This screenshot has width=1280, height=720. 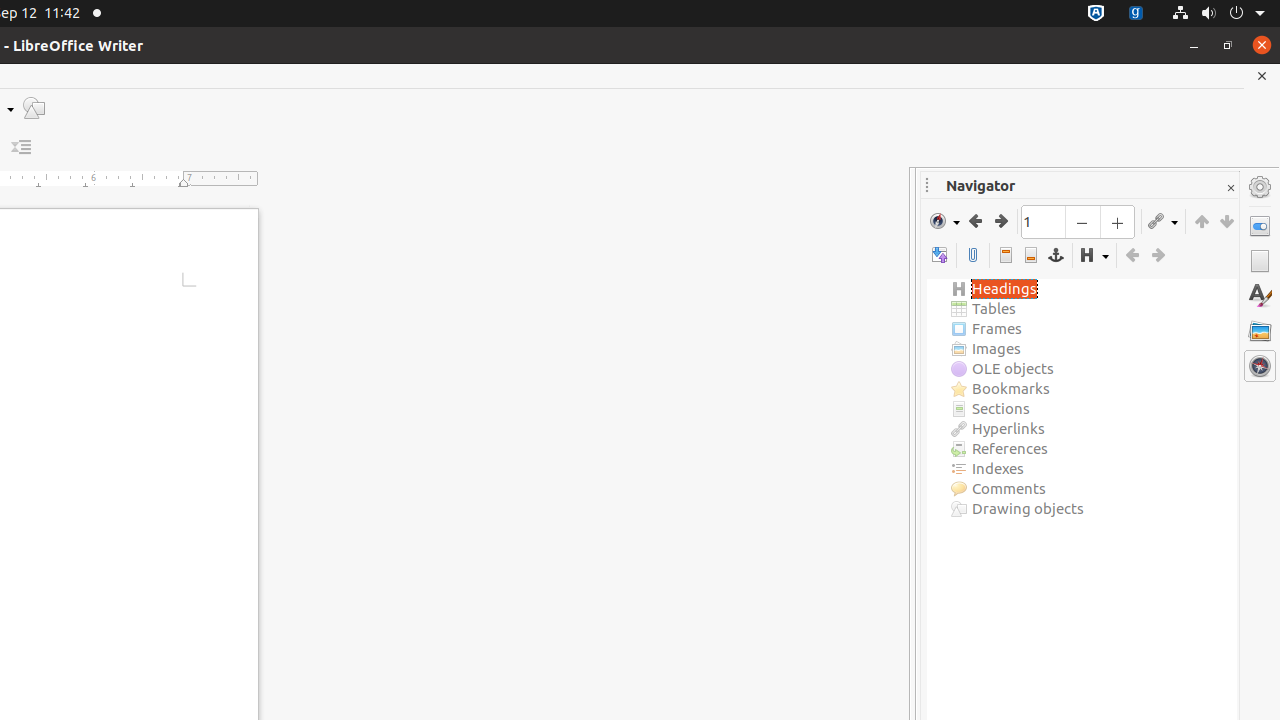 I want to click on 'Content Navigation View', so click(x=938, y=254).